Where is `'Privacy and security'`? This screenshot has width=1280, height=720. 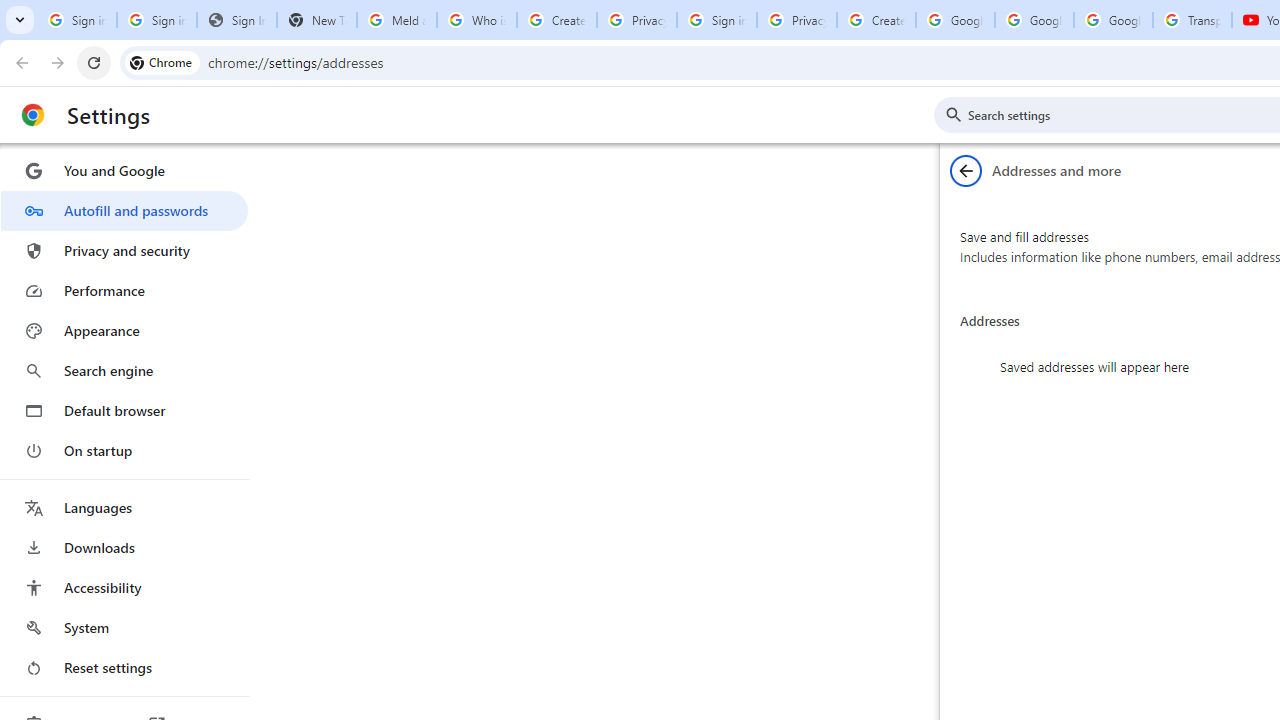 'Privacy and security' is located at coordinates (123, 249).